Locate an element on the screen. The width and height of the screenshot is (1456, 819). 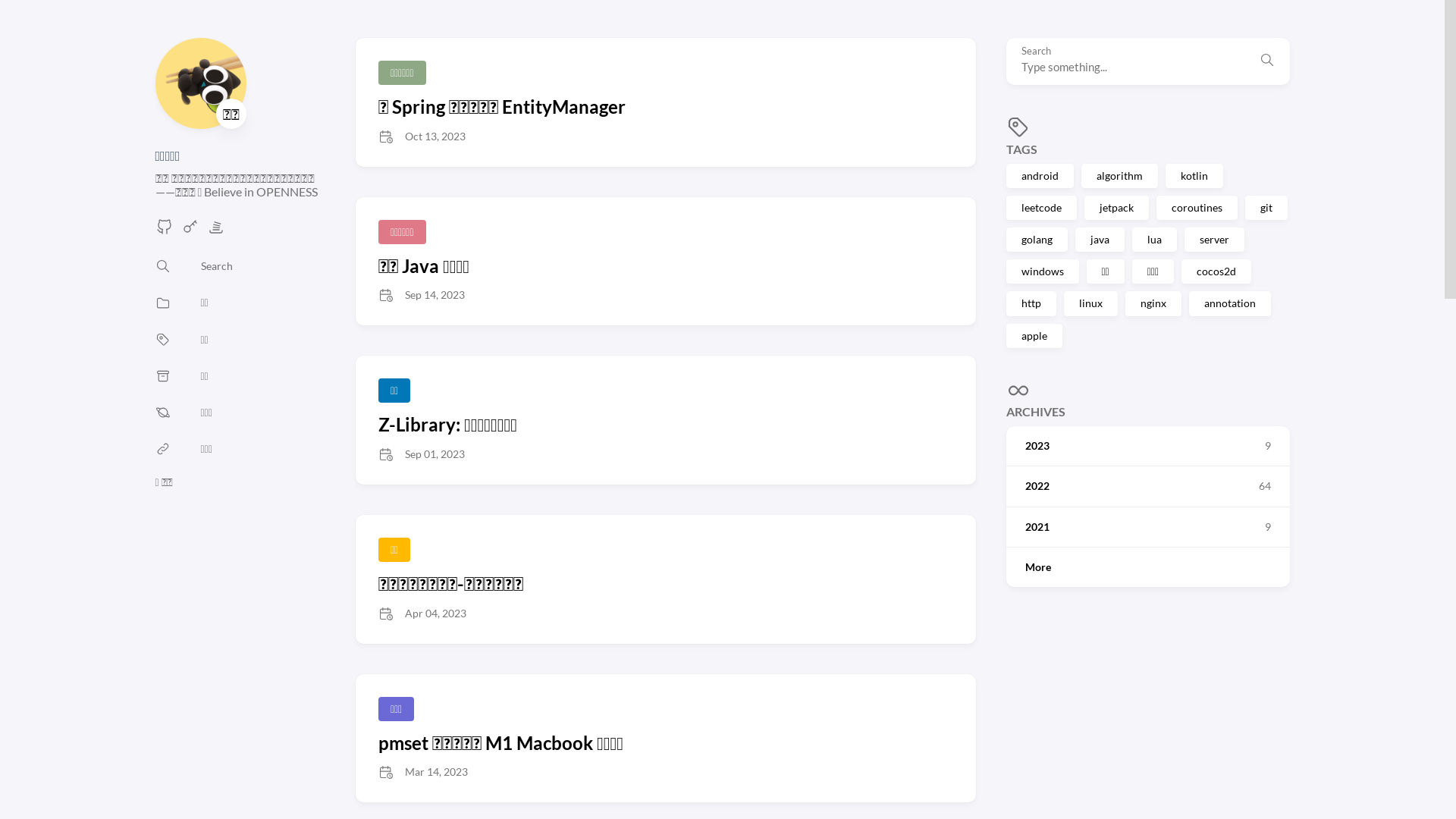
'http' is located at coordinates (1030, 303).